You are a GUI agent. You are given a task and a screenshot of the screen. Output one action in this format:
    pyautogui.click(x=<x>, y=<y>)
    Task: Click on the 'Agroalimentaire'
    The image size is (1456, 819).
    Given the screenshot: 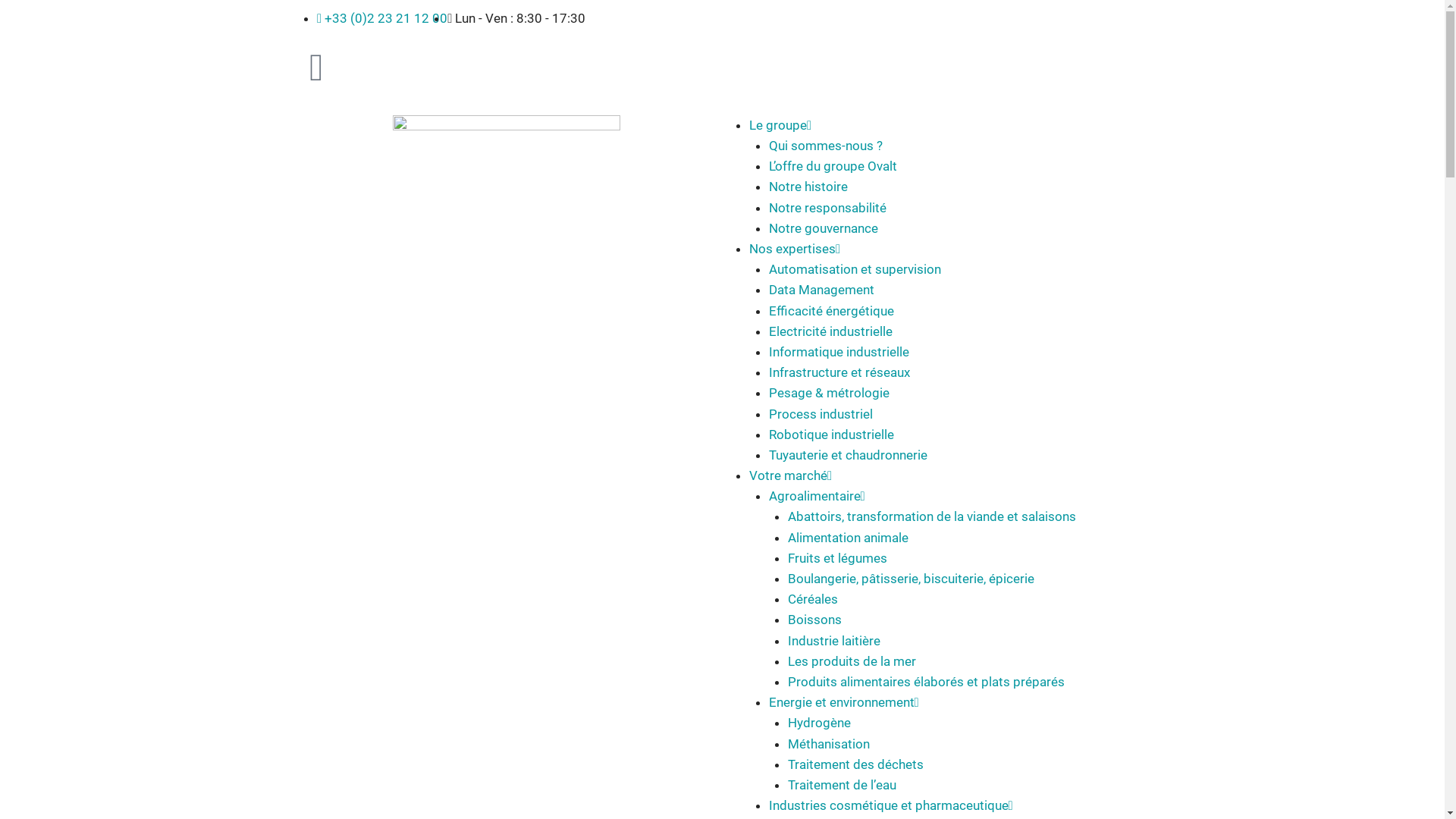 What is the action you would take?
    pyautogui.click(x=814, y=496)
    